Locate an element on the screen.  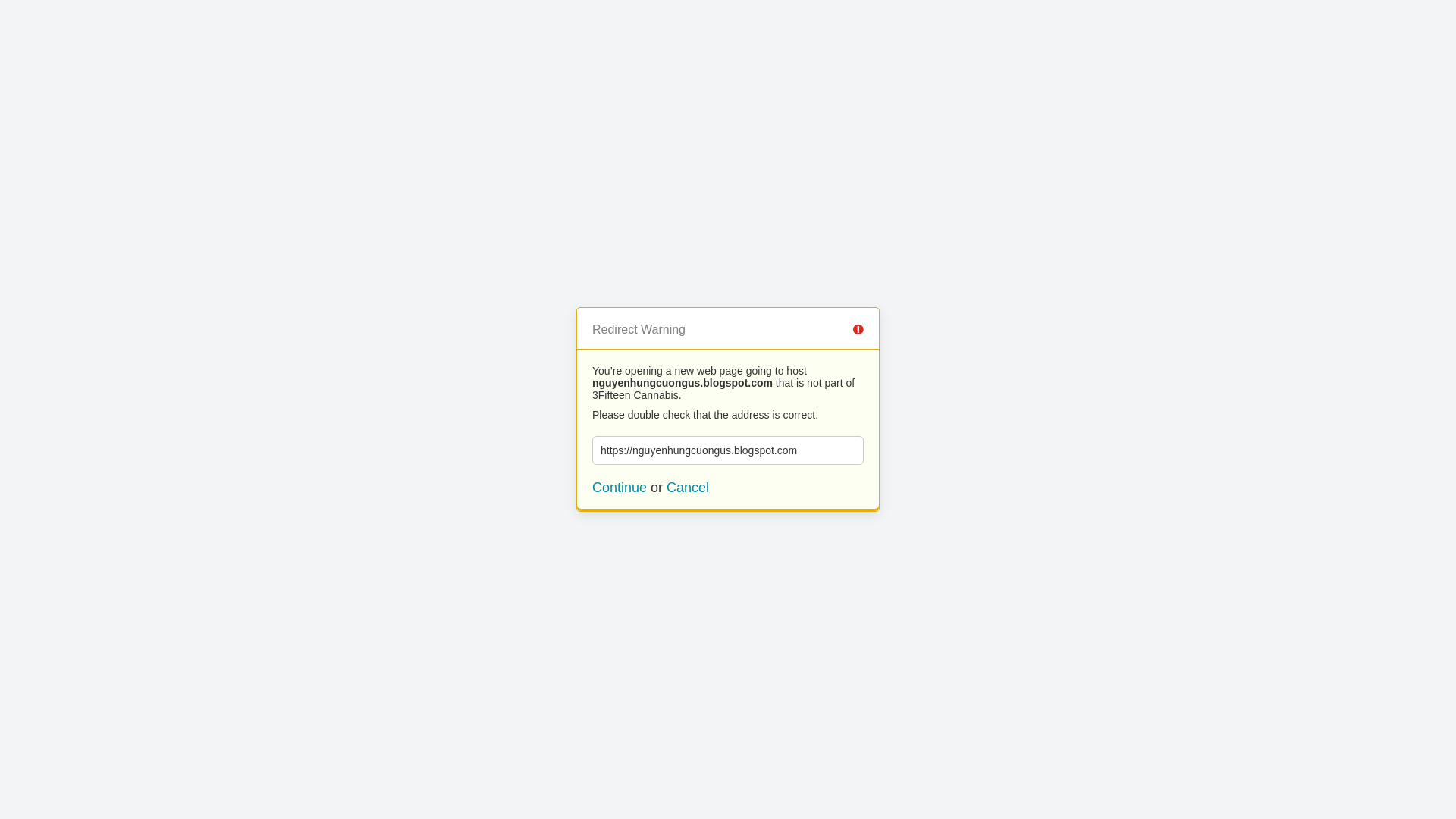
'Cancel' is located at coordinates (666, 488).